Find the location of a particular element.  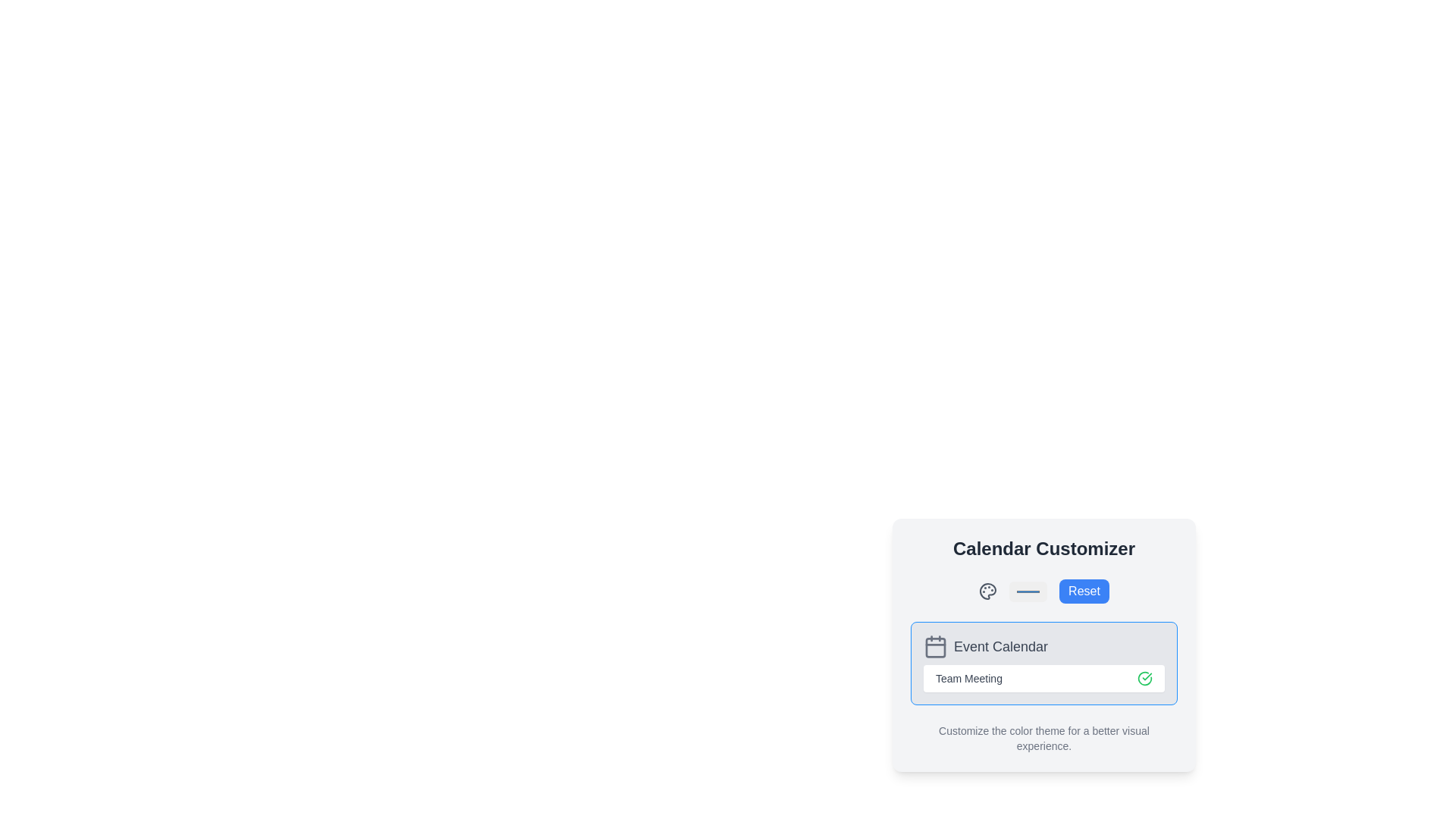

the decorative vector graphic representing a painter's palette located in the Calendar Customizer interface, which symbolizes customization features is located at coordinates (988, 590).